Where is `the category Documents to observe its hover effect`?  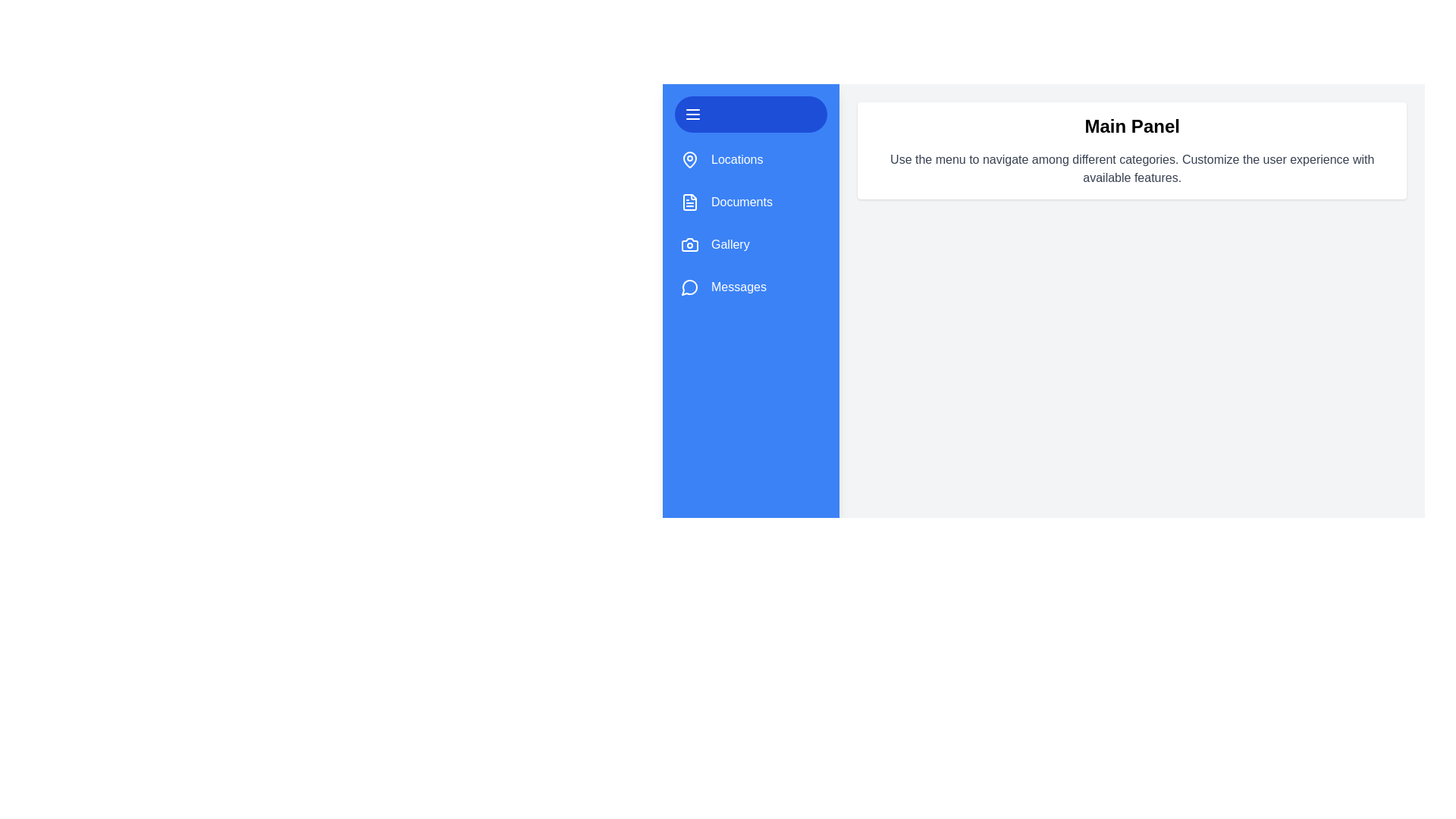 the category Documents to observe its hover effect is located at coordinates (750, 201).